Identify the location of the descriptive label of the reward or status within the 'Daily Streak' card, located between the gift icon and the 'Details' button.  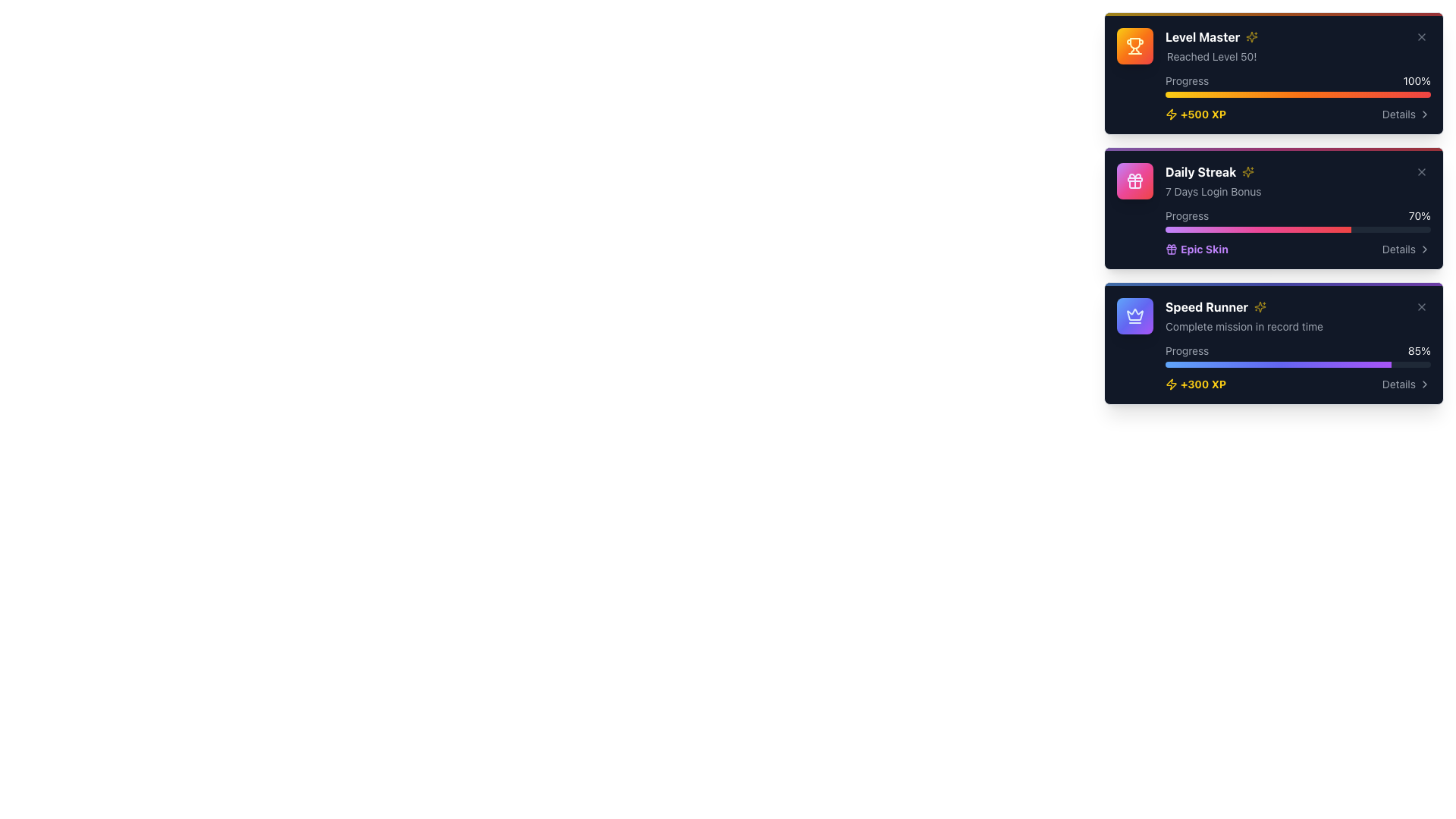
(1203, 248).